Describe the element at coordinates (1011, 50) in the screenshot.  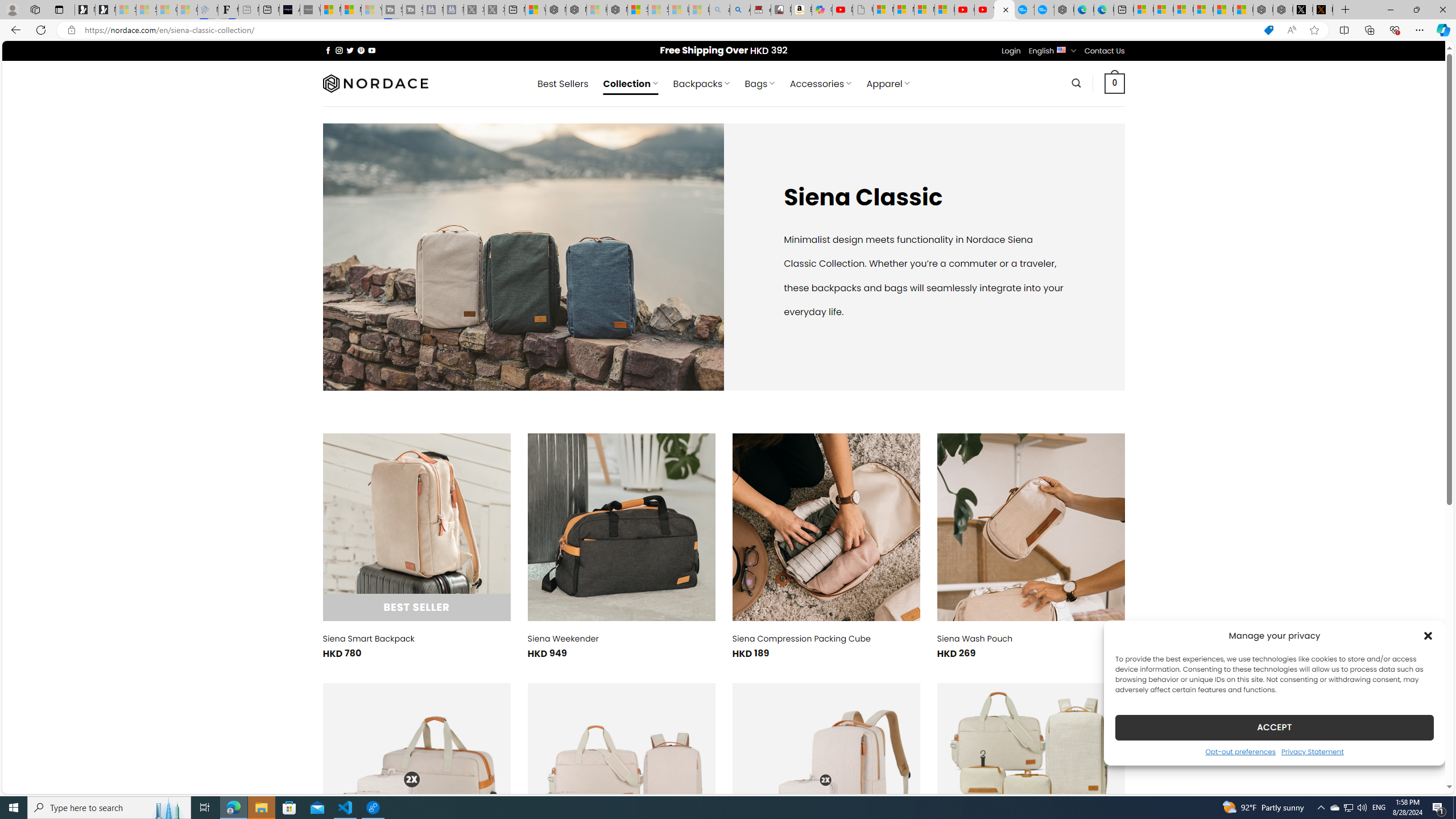
I see `'Login'` at that location.